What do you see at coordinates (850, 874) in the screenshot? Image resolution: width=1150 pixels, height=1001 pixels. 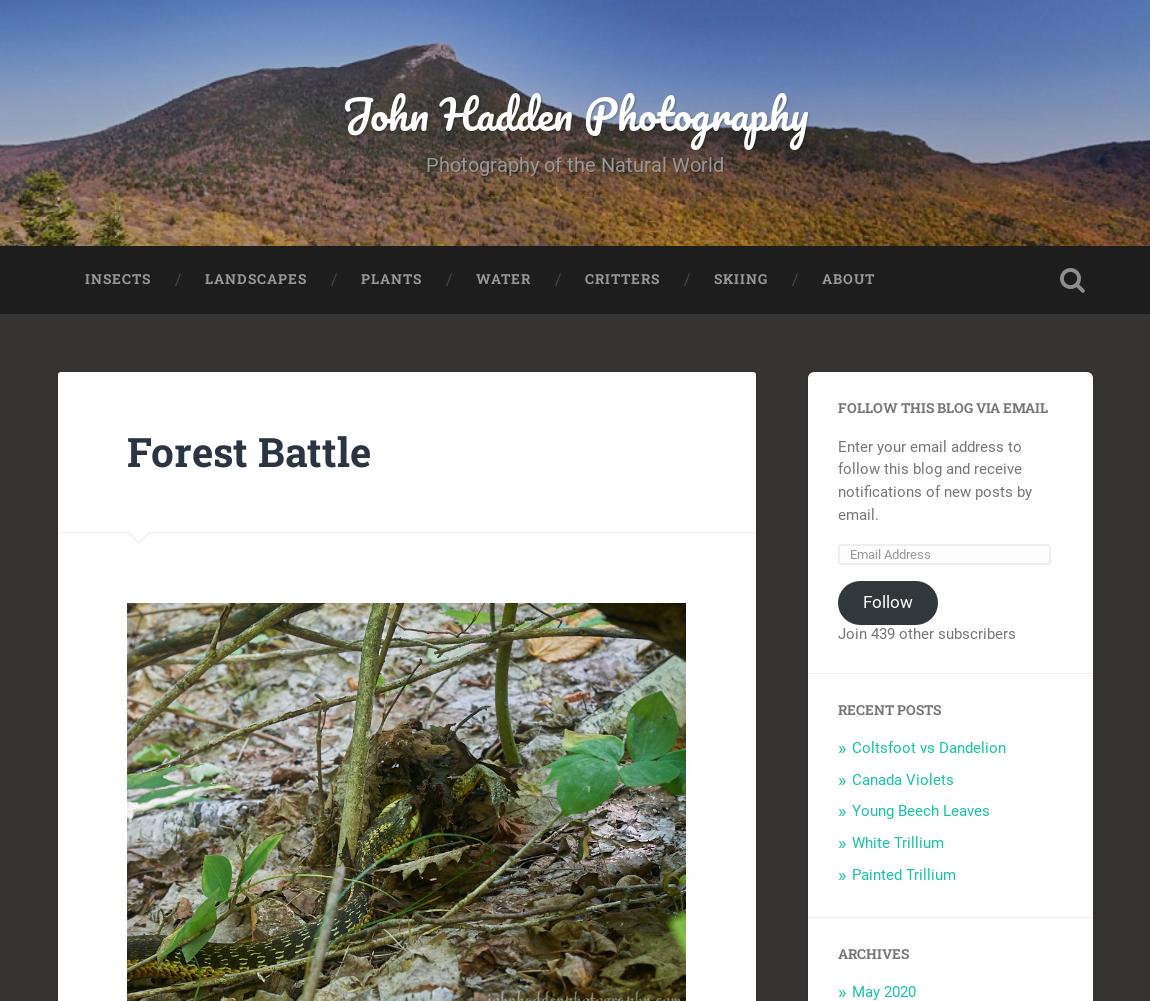 I see `'Painted Trillium'` at bounding box center [850, 874].